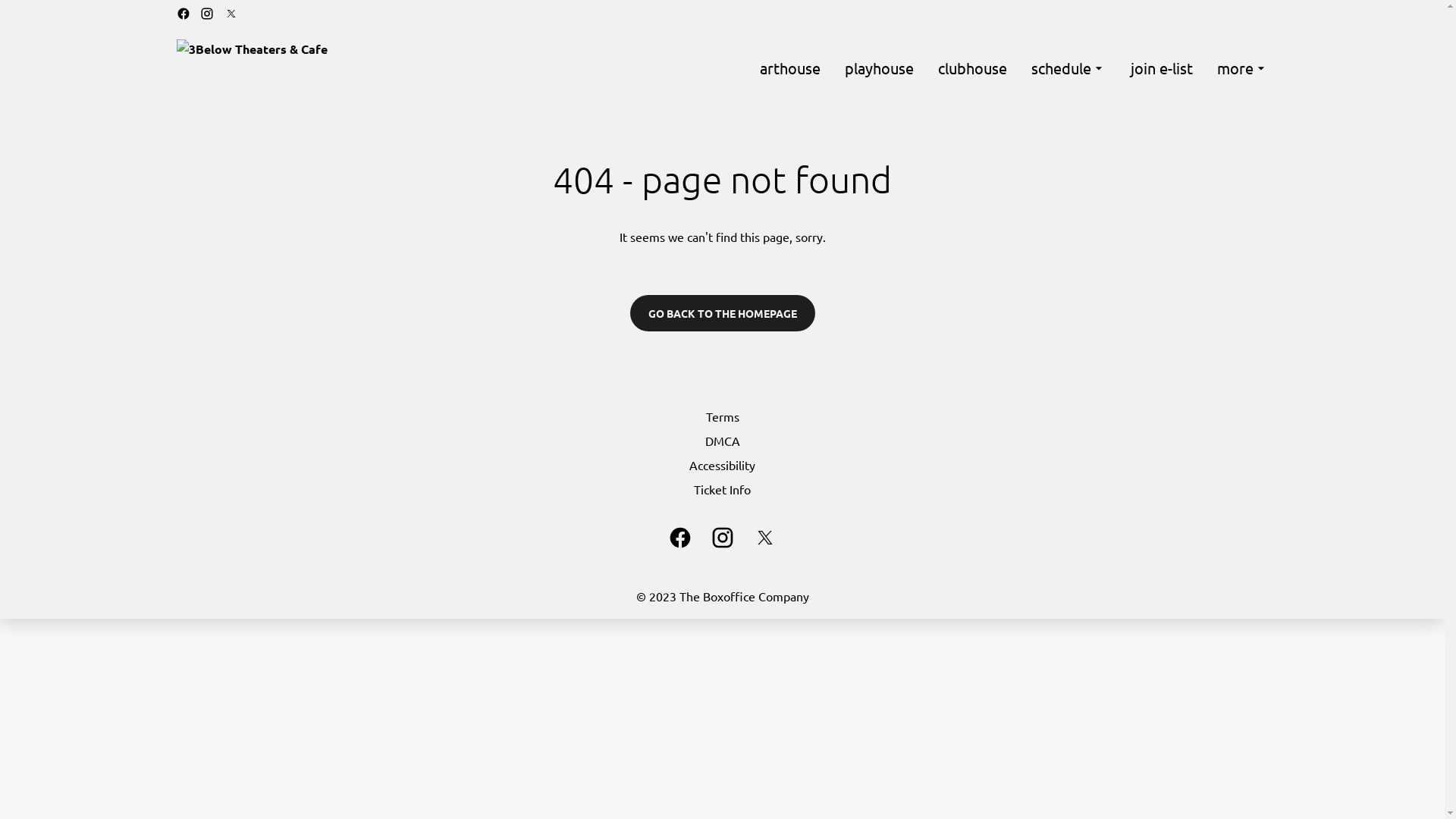 The width and height of the screenshot is (1456, 819). I want to click on 'facebook', so click(175, 14).